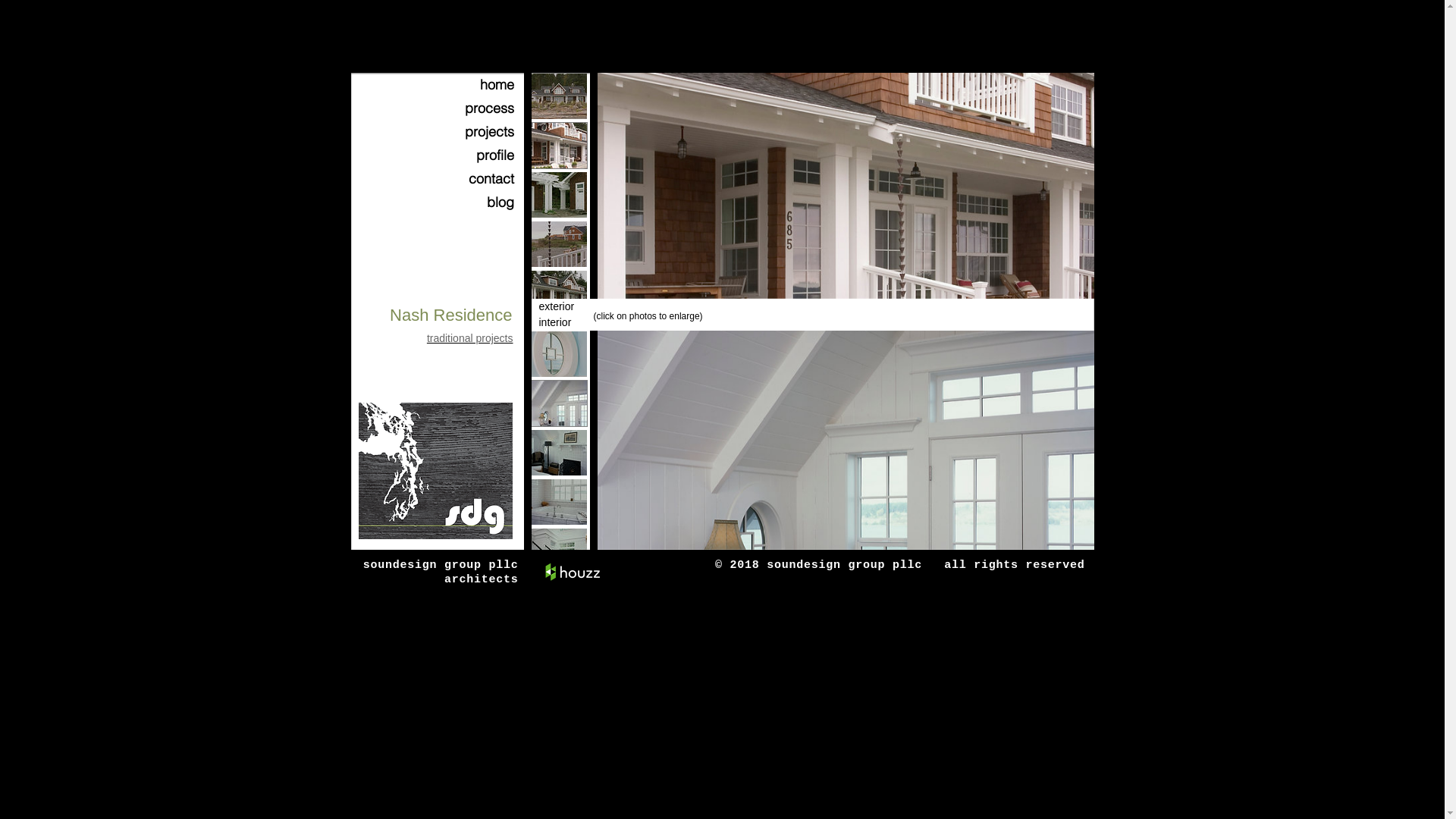  I want to click on 'projects', so click(471, 130).